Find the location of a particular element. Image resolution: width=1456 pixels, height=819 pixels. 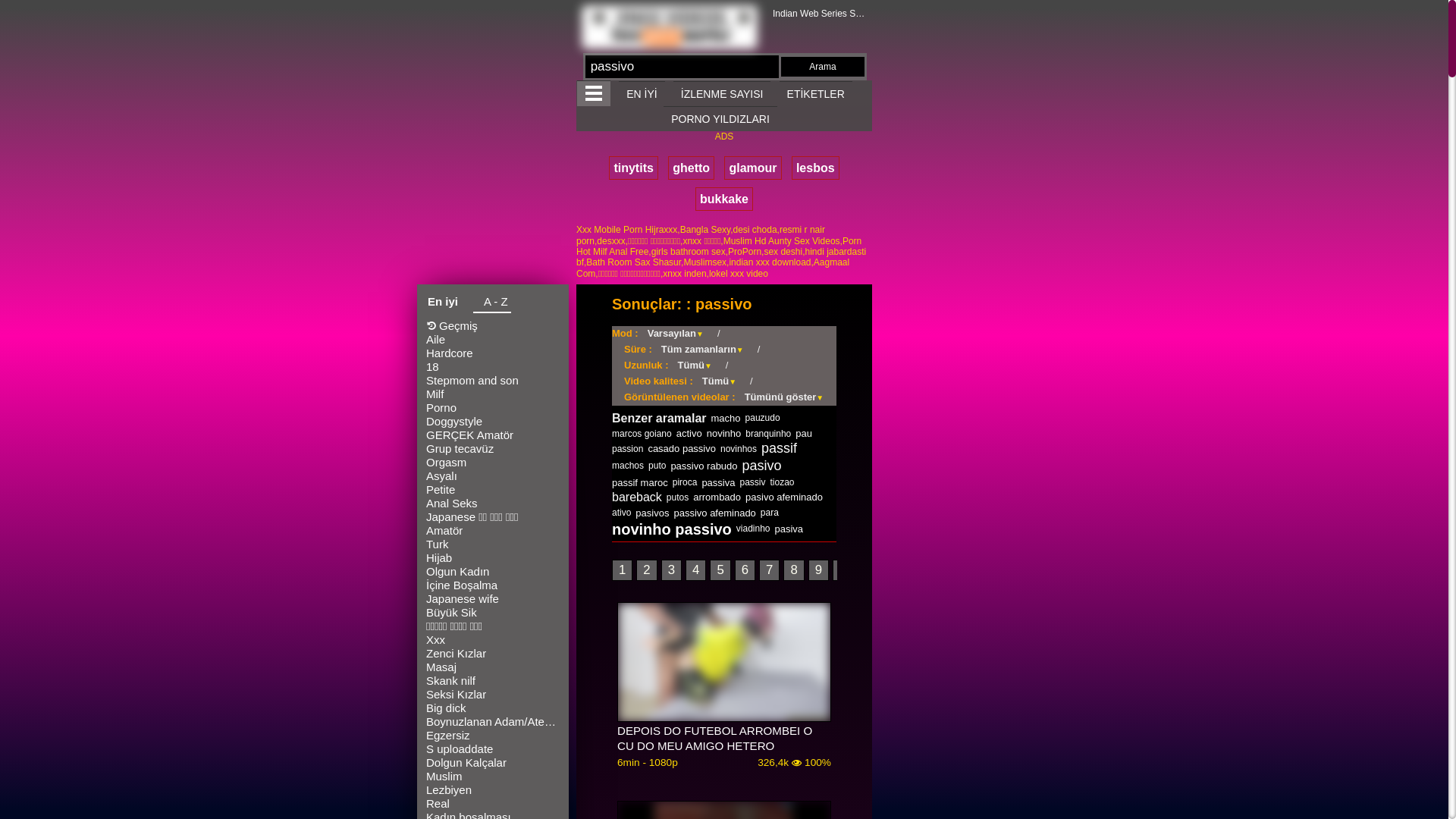

'activo' is located at coordinates (688, 433).